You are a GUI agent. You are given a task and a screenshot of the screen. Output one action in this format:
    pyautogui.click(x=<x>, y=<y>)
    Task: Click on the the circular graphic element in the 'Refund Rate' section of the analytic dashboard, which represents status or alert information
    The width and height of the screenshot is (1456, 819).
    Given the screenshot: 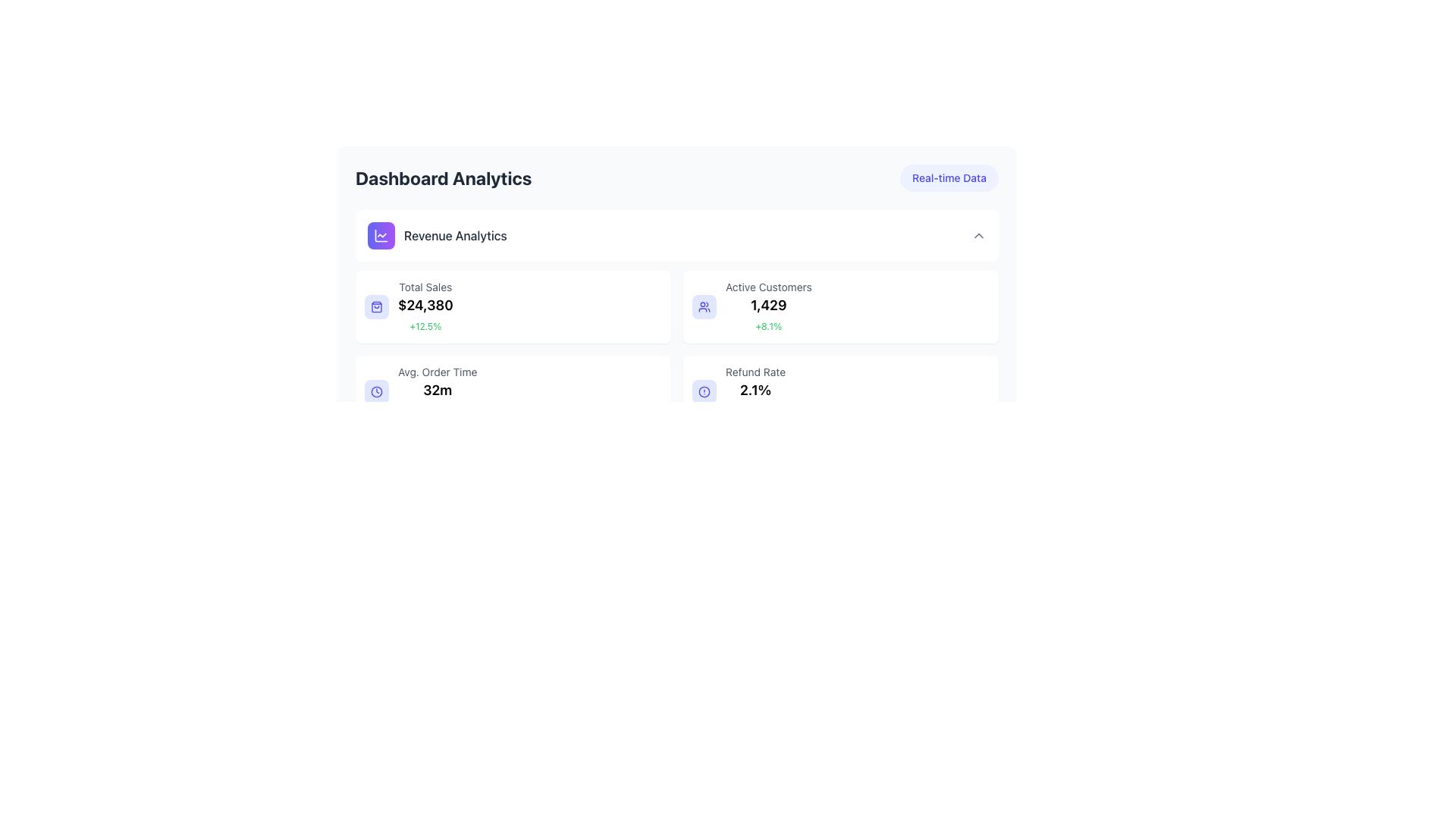 What is the action you would take?
    pyautogui.click(x=704, y=391)
    